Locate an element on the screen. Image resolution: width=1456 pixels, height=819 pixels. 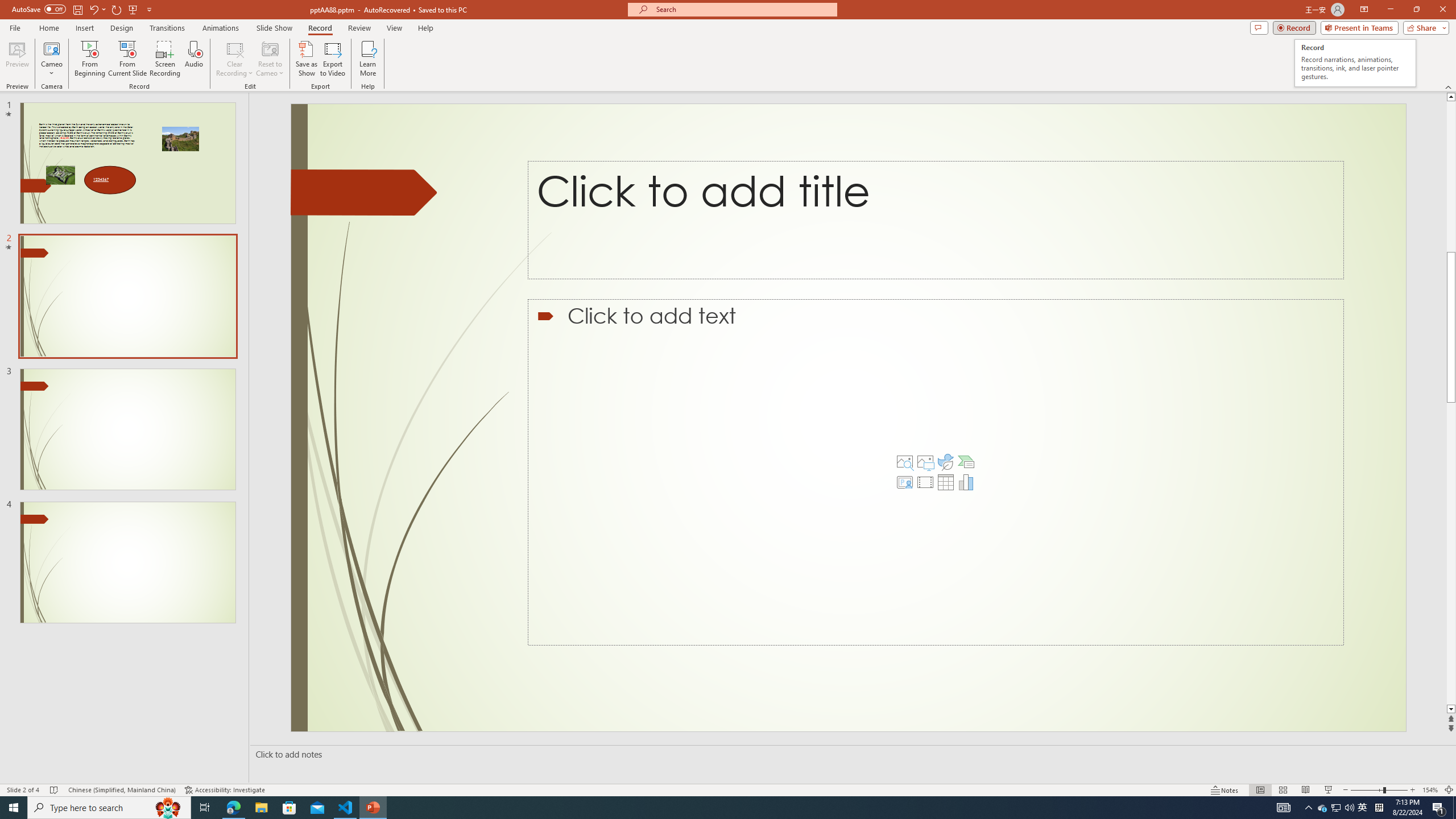
'Insert an Icon' is located at coordinates (945, 461).